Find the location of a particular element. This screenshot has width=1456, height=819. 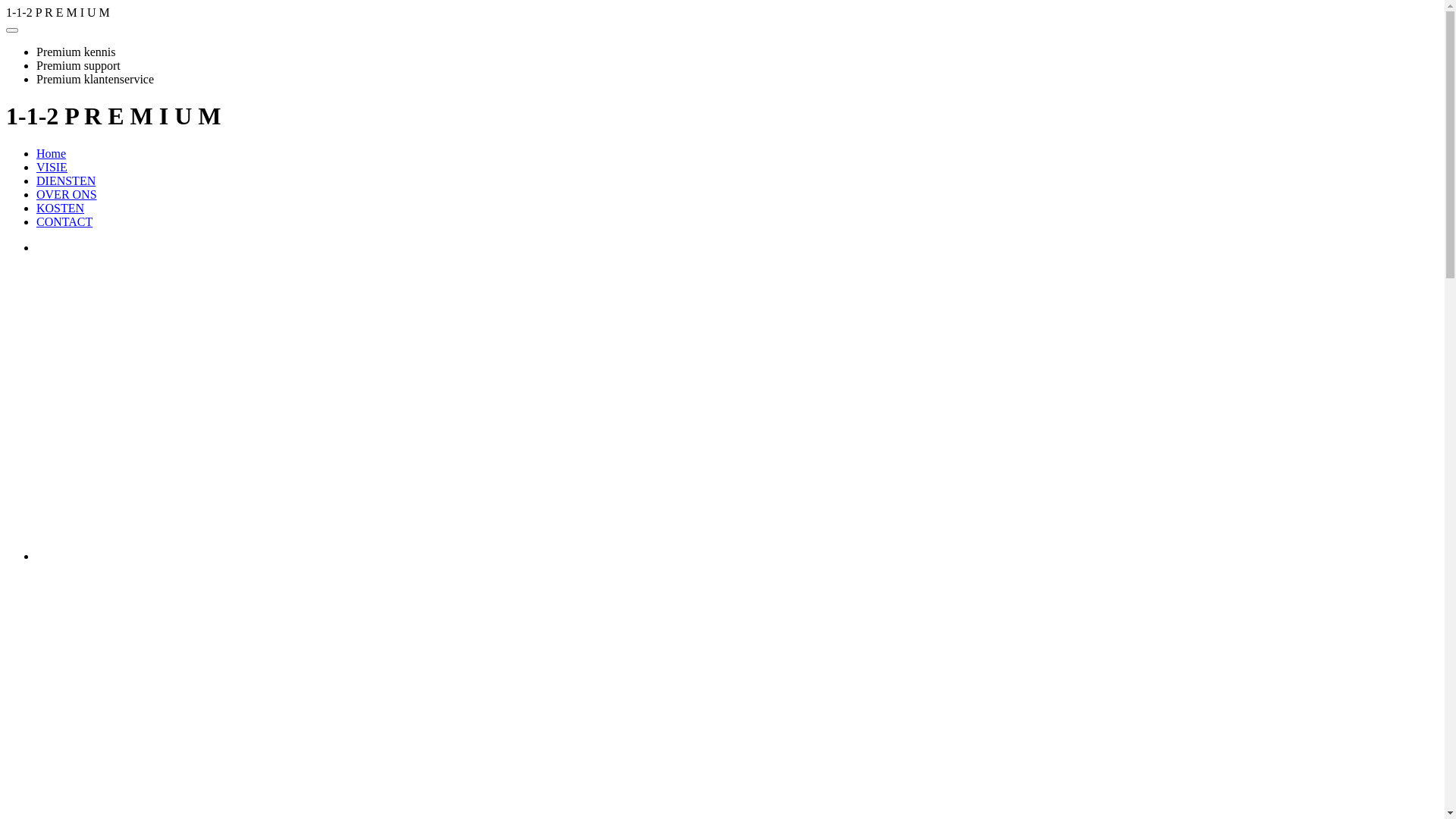

'KOSTEN' is located at coordinates (36, 208).